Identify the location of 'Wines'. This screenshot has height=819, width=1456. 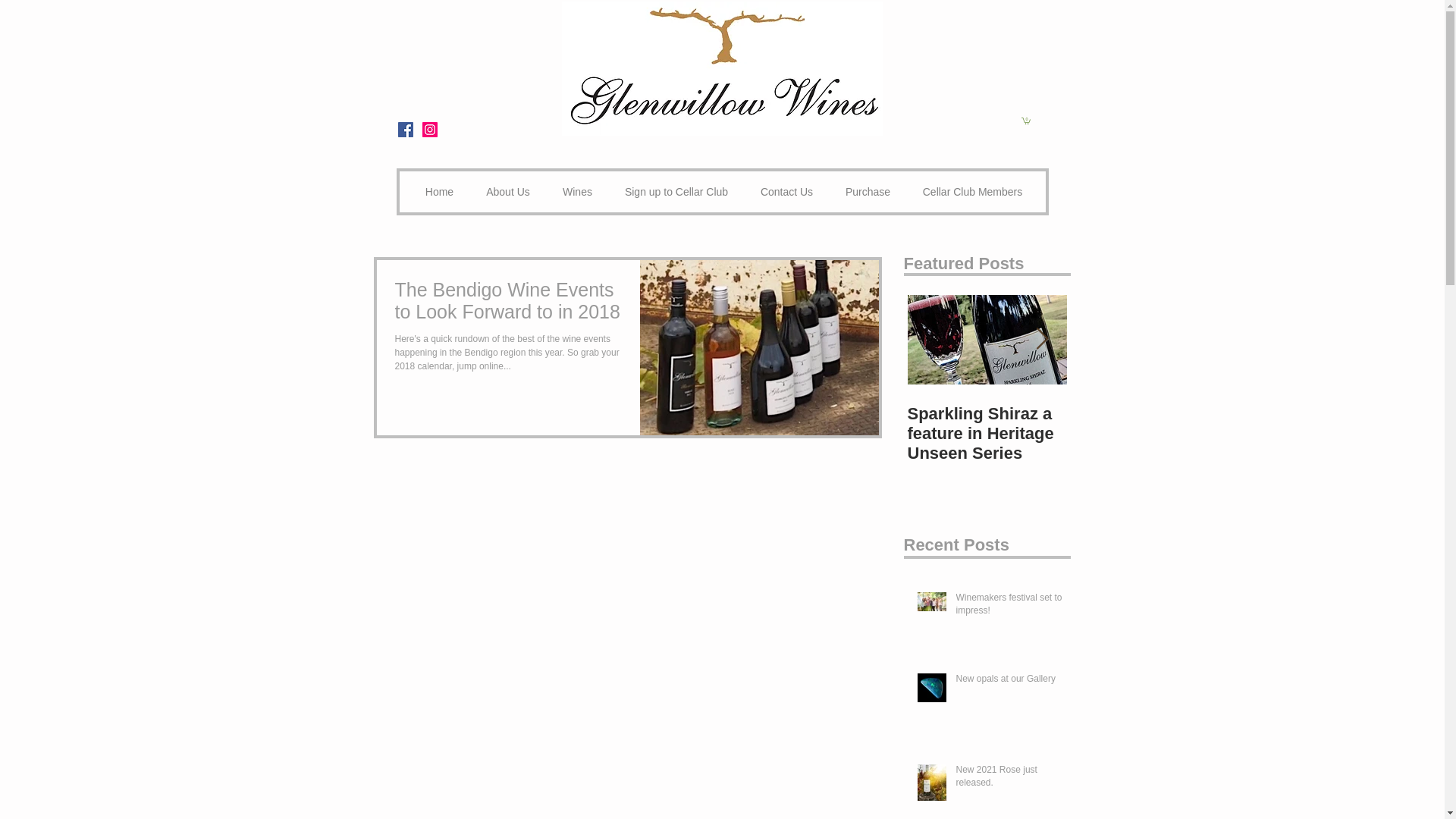
(576, 191).